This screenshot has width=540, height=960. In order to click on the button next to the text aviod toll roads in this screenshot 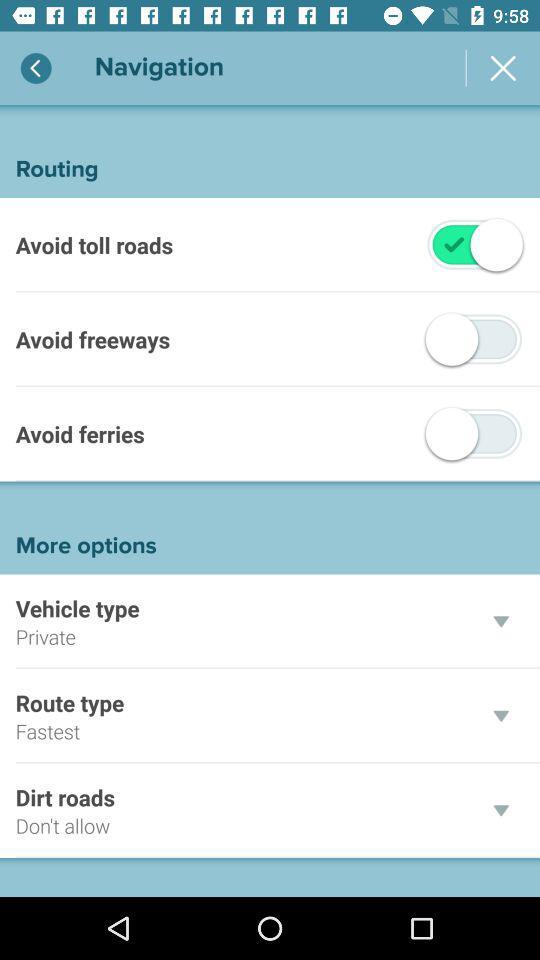, I will do `click(453, 243)`.